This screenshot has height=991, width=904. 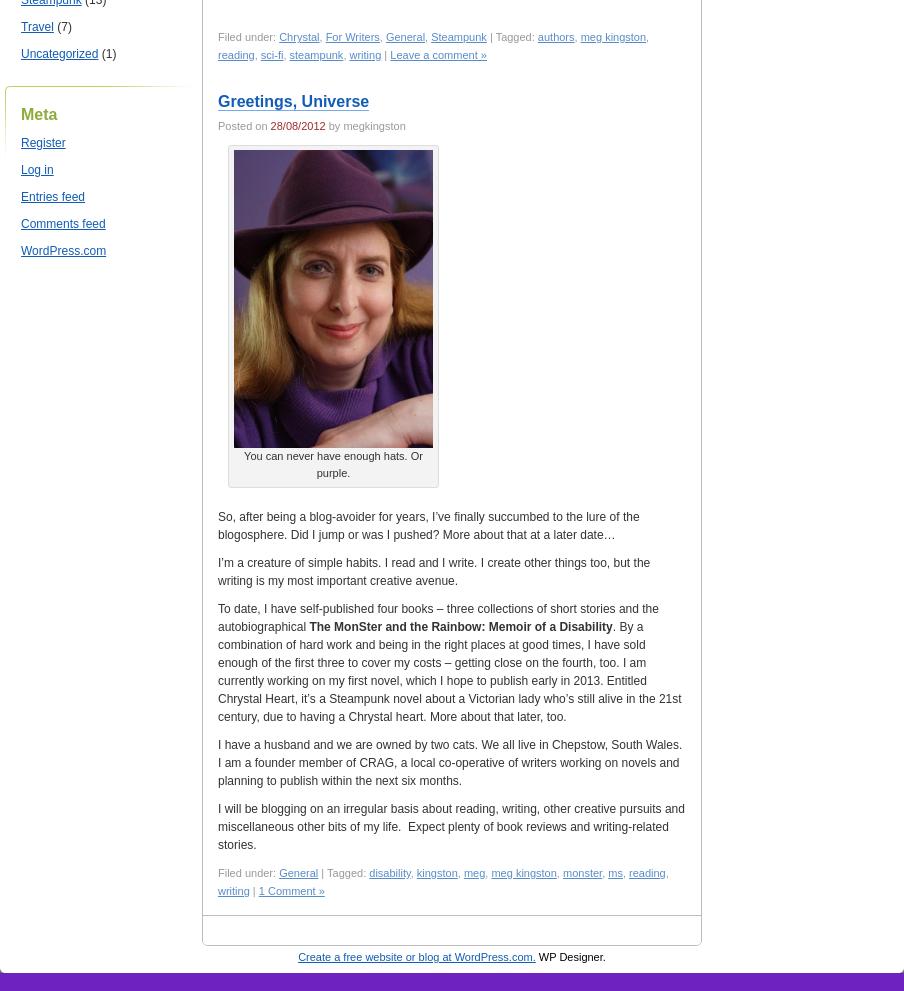 What do you see at coordinates (436, 872) in the screenshot?
I see `'kingston'` at bounding box center [436, 872].